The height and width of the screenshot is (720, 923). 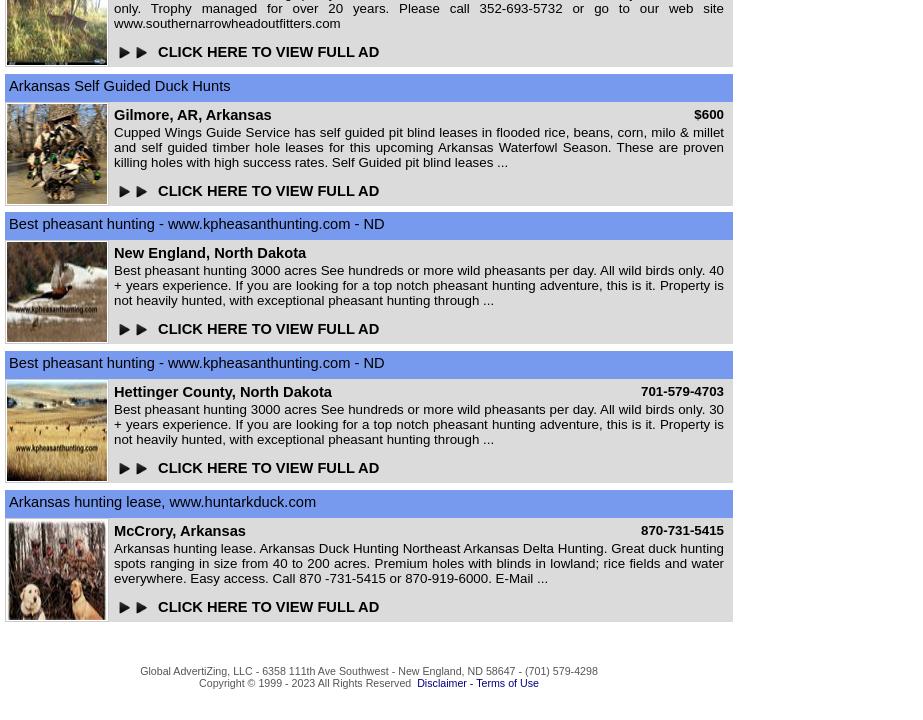 What do you see at coordinates (368, 694) in the screenshot?
I see `'here'` at bounding box center [368, 694].